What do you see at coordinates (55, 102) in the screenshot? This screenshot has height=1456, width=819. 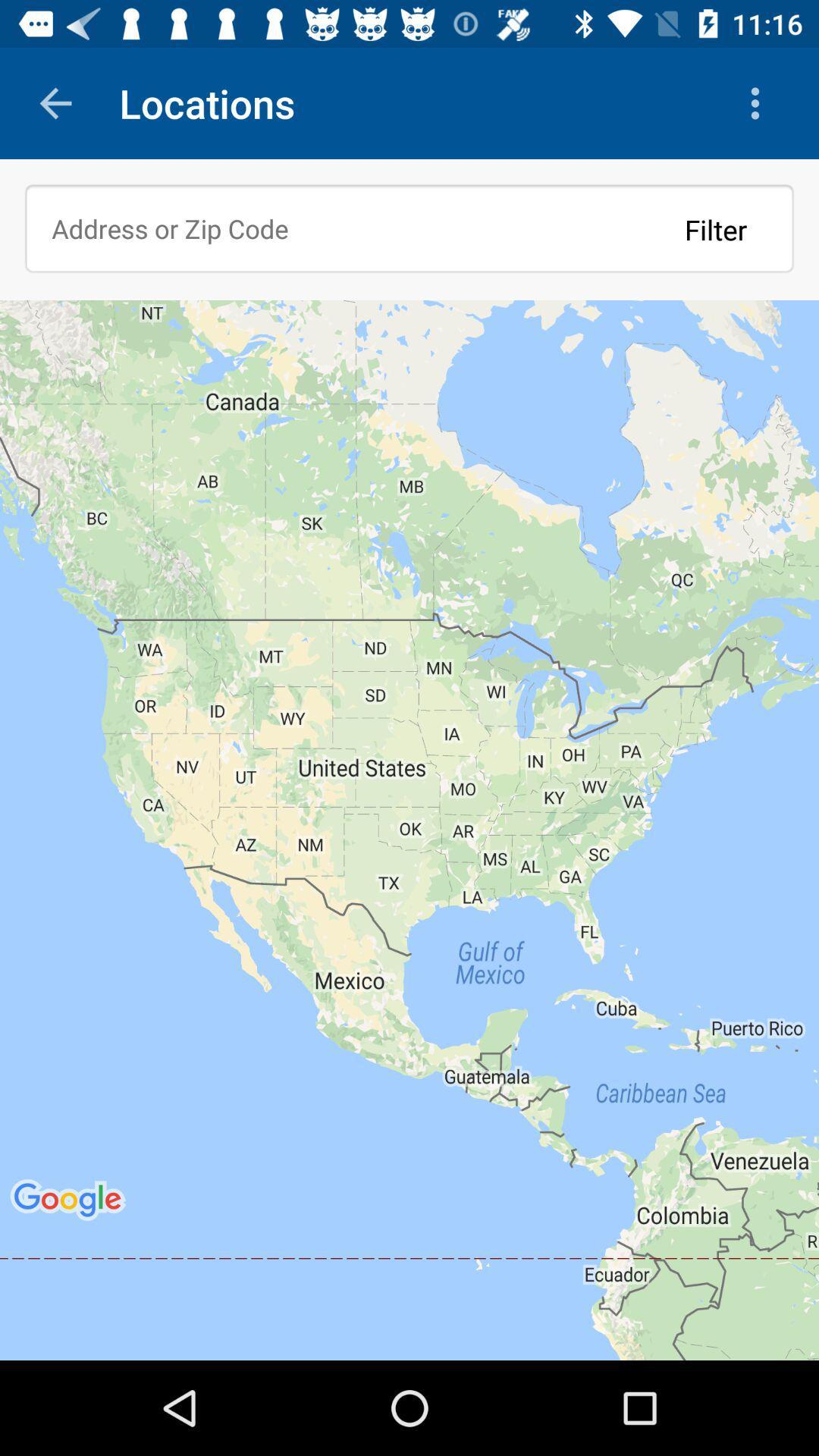 I see `app next to locations item` at bounding box center [55, 102].